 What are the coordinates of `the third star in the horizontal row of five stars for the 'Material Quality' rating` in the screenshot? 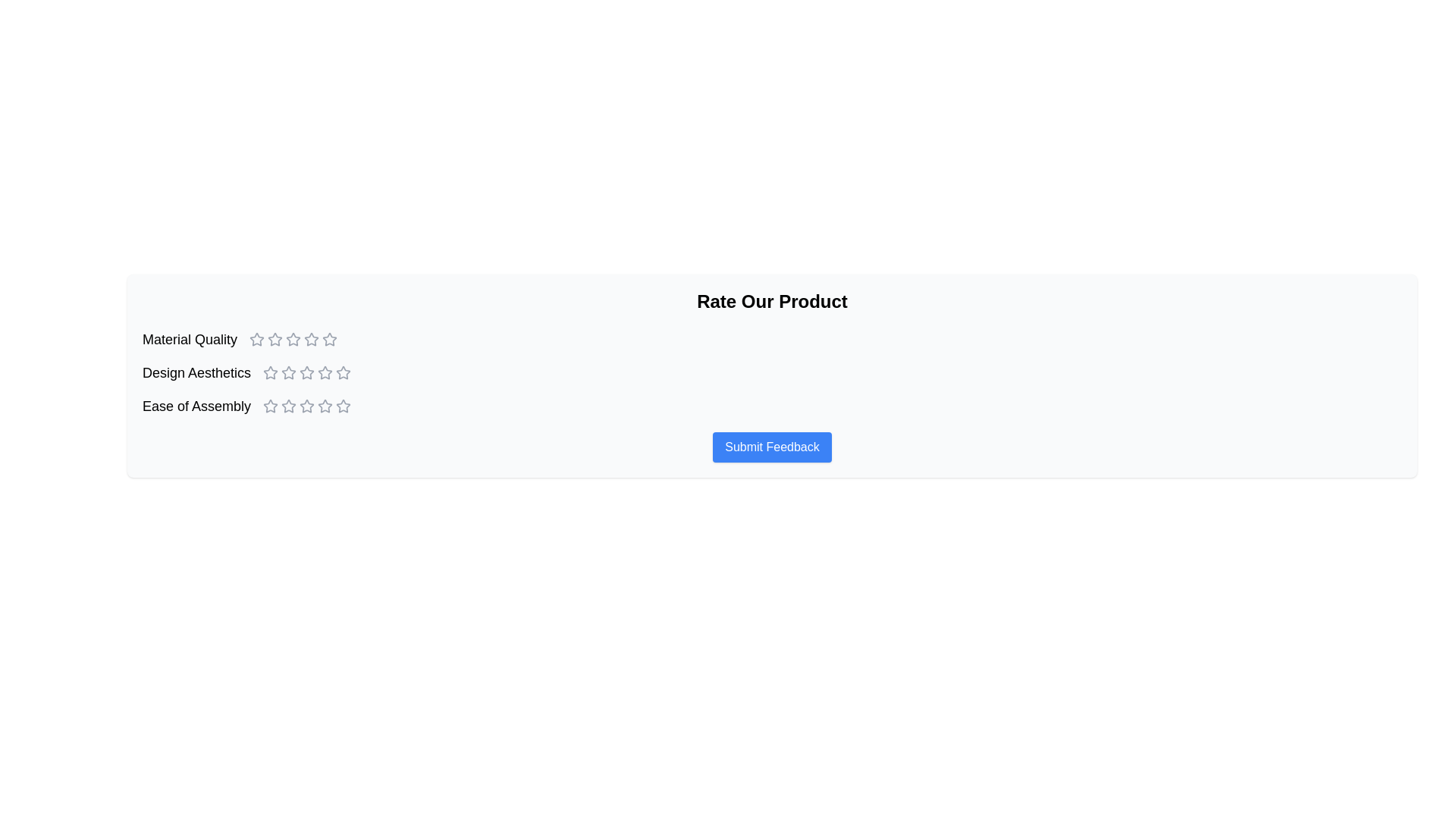 It's located at (275, 338).